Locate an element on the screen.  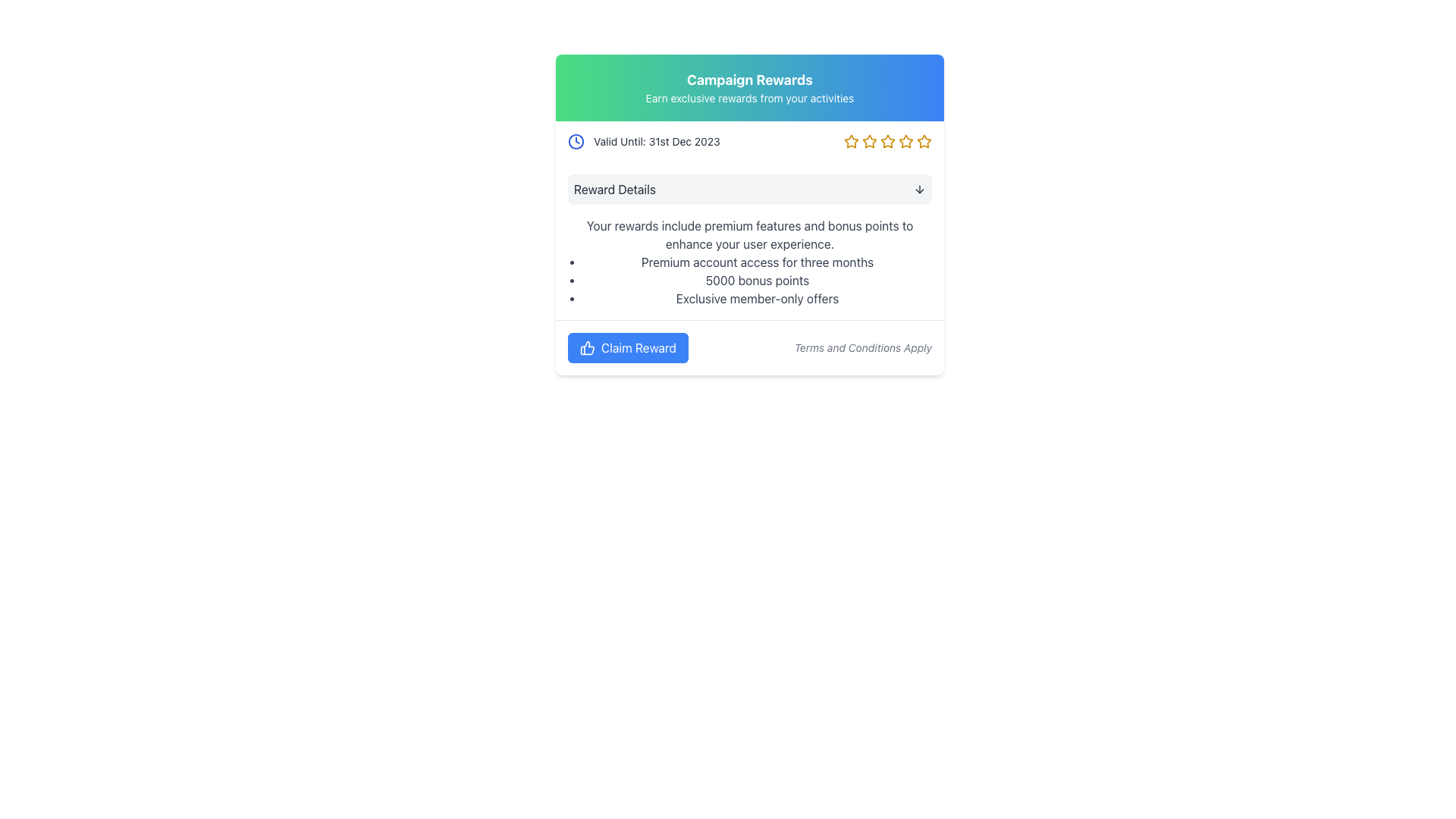
the text label displaying '5000 bonus points' located in the 'Reward Details' section of the card is located at coordinates (757, 281).